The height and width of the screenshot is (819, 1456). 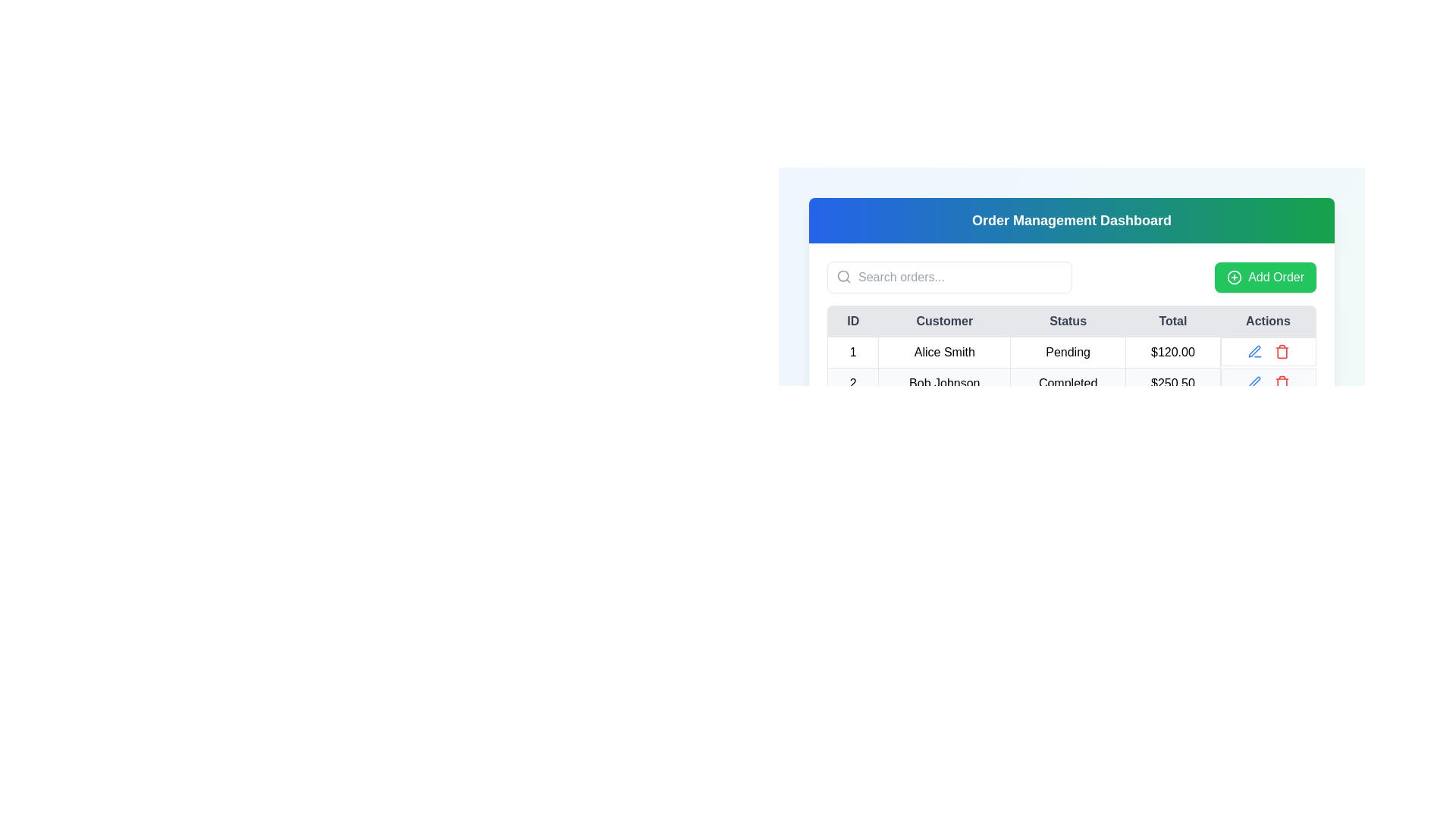 I want to click on the first row of the transaction table displaying ID '1', Customer 'Alice Smith', Status 'Pending', and Amount '$120.00', so click(x=1071, y=368).